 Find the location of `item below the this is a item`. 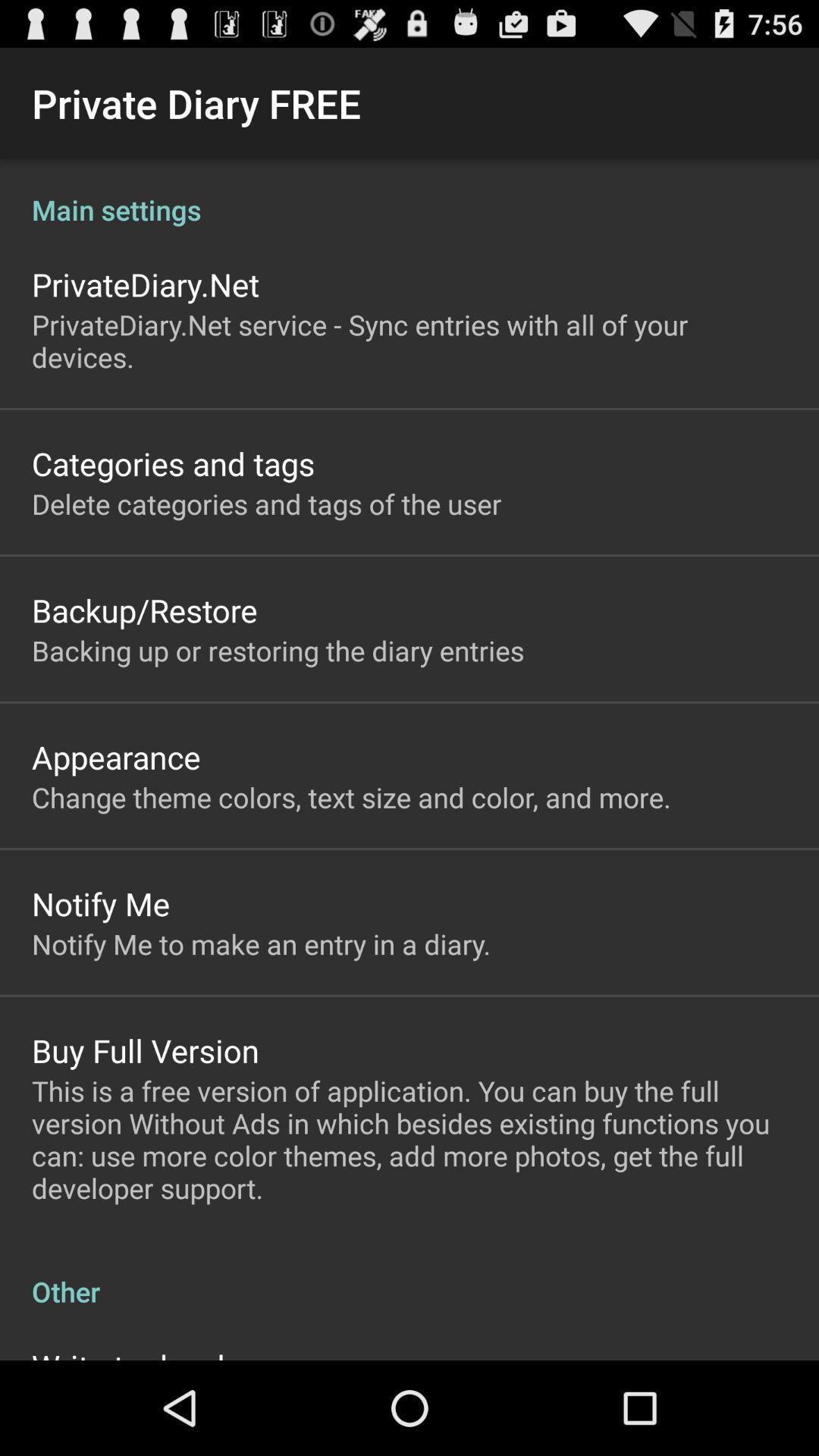

item below the this is a item is located at coordinates (409, 1275).